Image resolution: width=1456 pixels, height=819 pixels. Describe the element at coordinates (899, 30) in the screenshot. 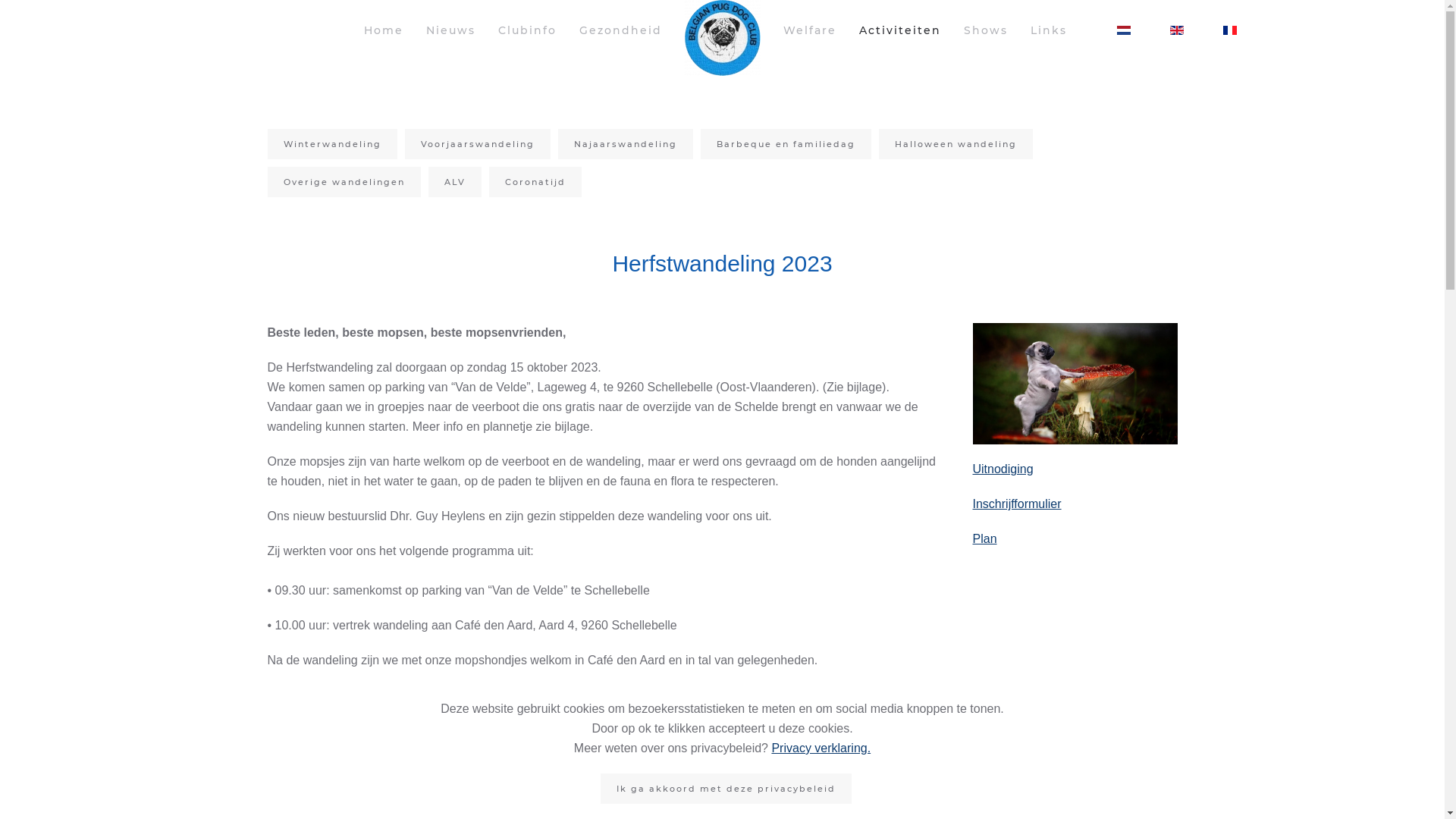

I see `'Activiteiten'` at that location.